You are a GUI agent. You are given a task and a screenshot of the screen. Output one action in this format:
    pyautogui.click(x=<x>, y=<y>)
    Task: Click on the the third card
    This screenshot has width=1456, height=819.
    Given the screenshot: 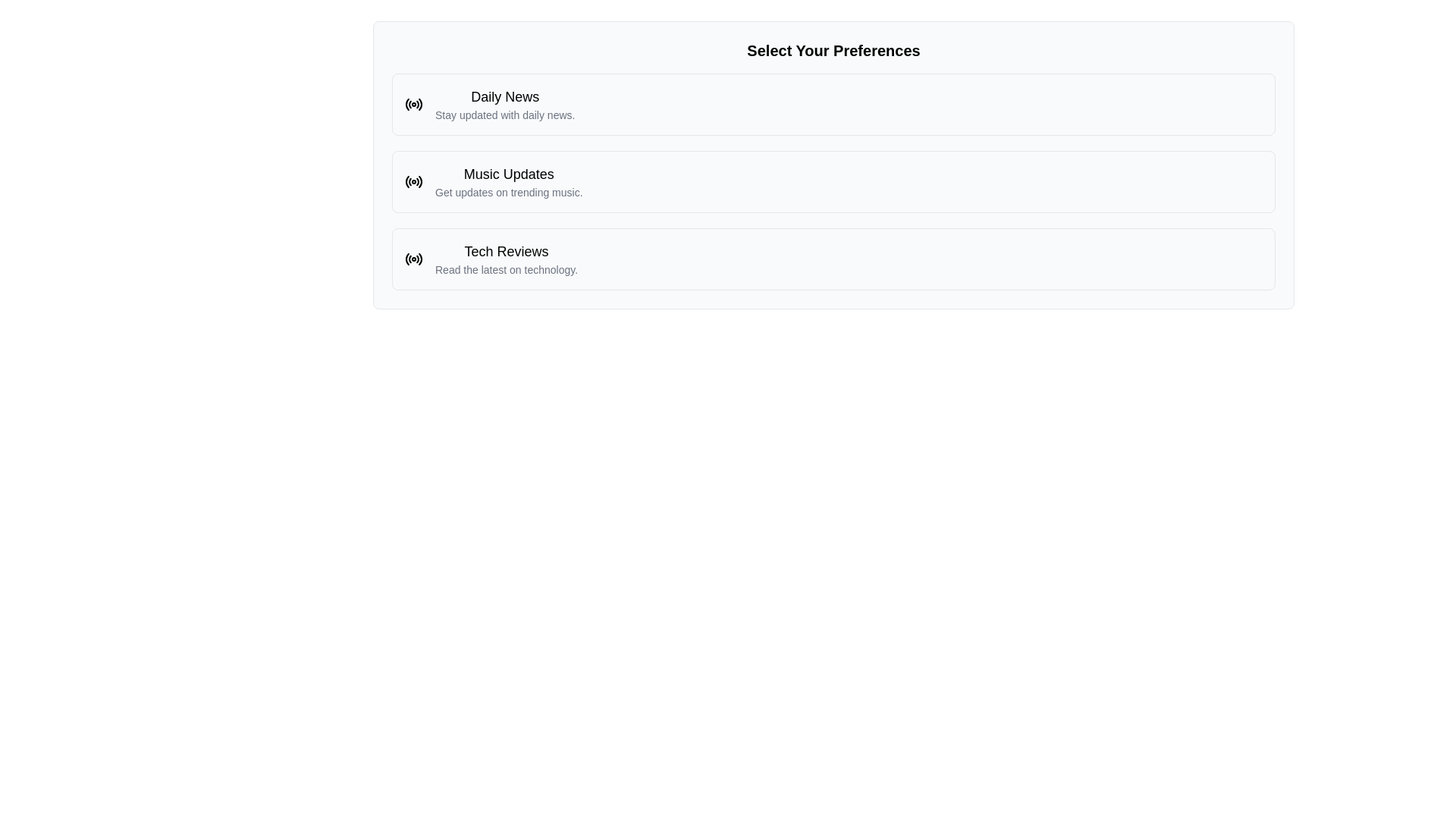 What is the action you would take?
    pyautogui.click(x=833, y=259)
    